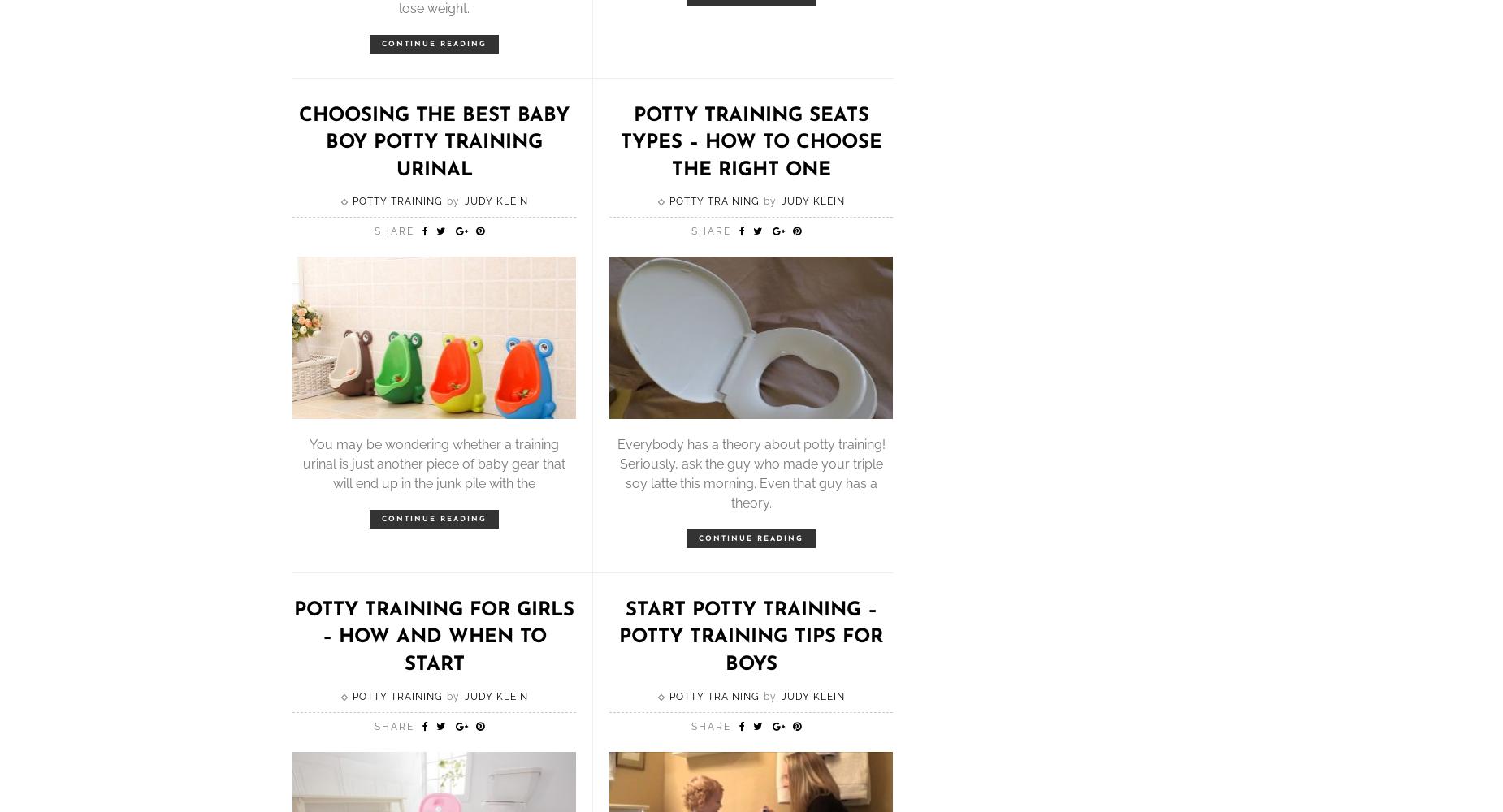 Image resolution: width=1503 pixels, height=812 pixels. Describe the element at coordinates (293, 637) in the screenshot. I see `'Potty Training for Girls – How and When to Start'` at that location.